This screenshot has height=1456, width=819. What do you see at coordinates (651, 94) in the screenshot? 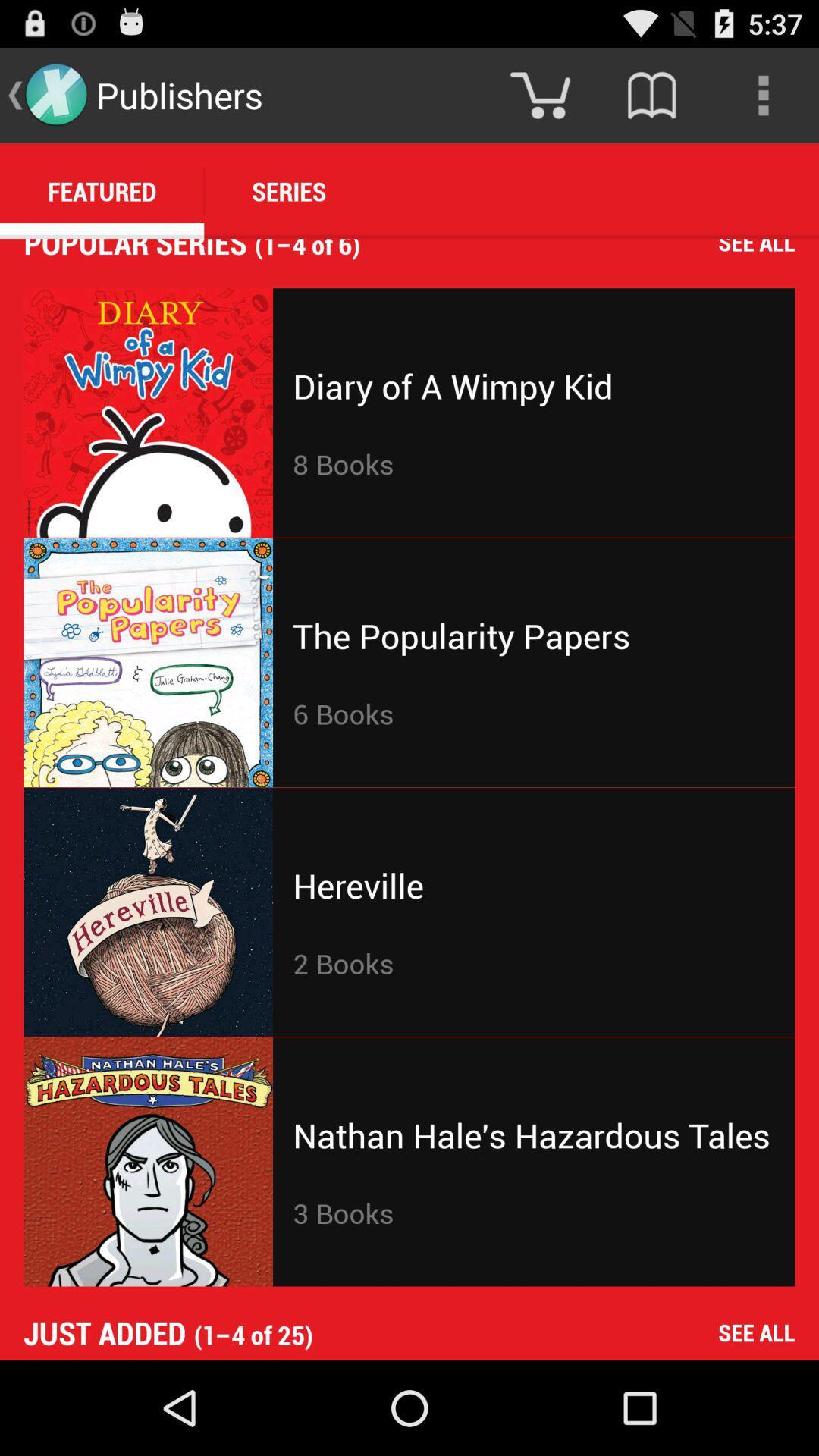
I see `icon above 1 4 of icon` at bounding box center [651, 94].